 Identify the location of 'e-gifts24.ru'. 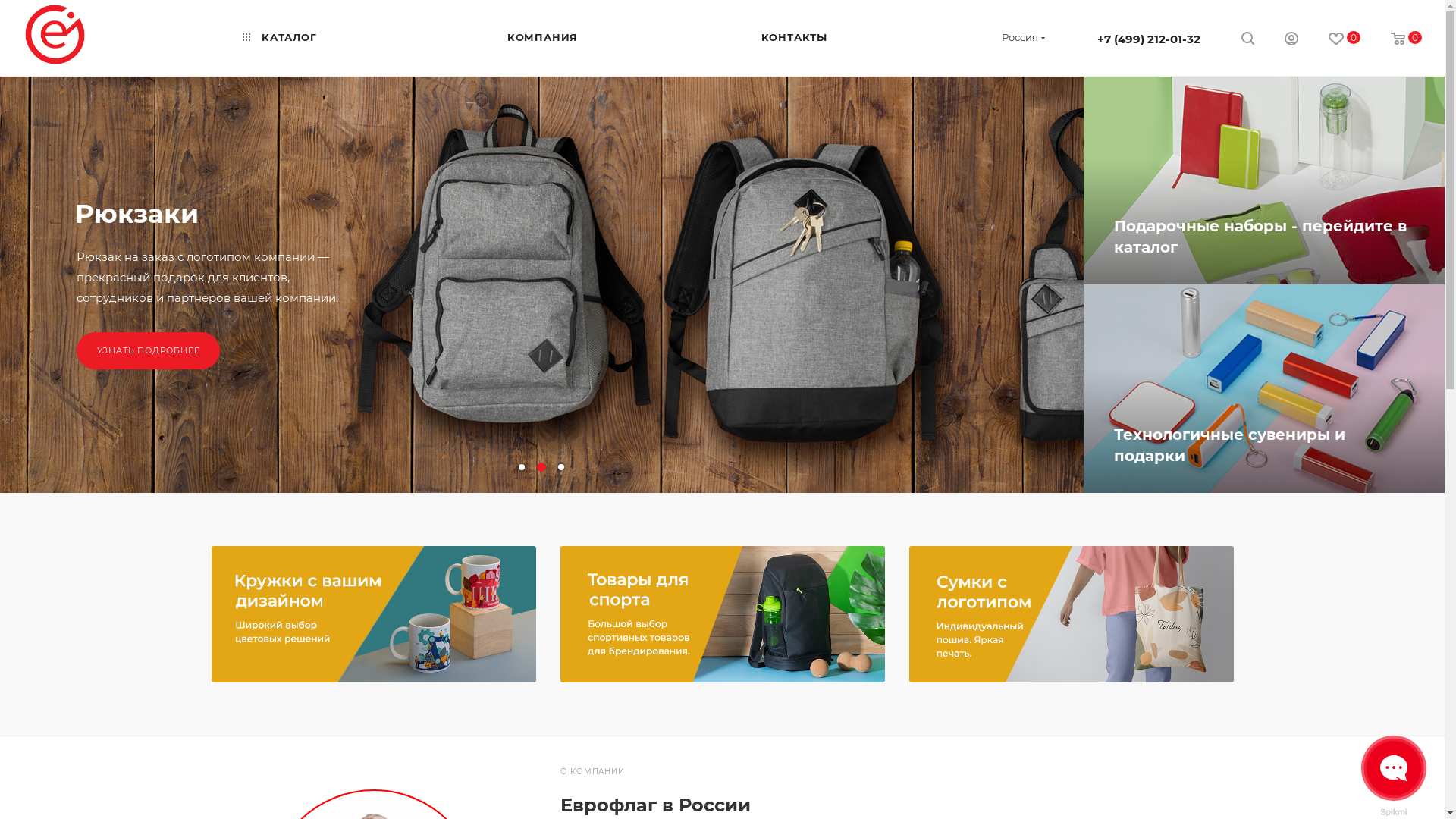
(55, 34).